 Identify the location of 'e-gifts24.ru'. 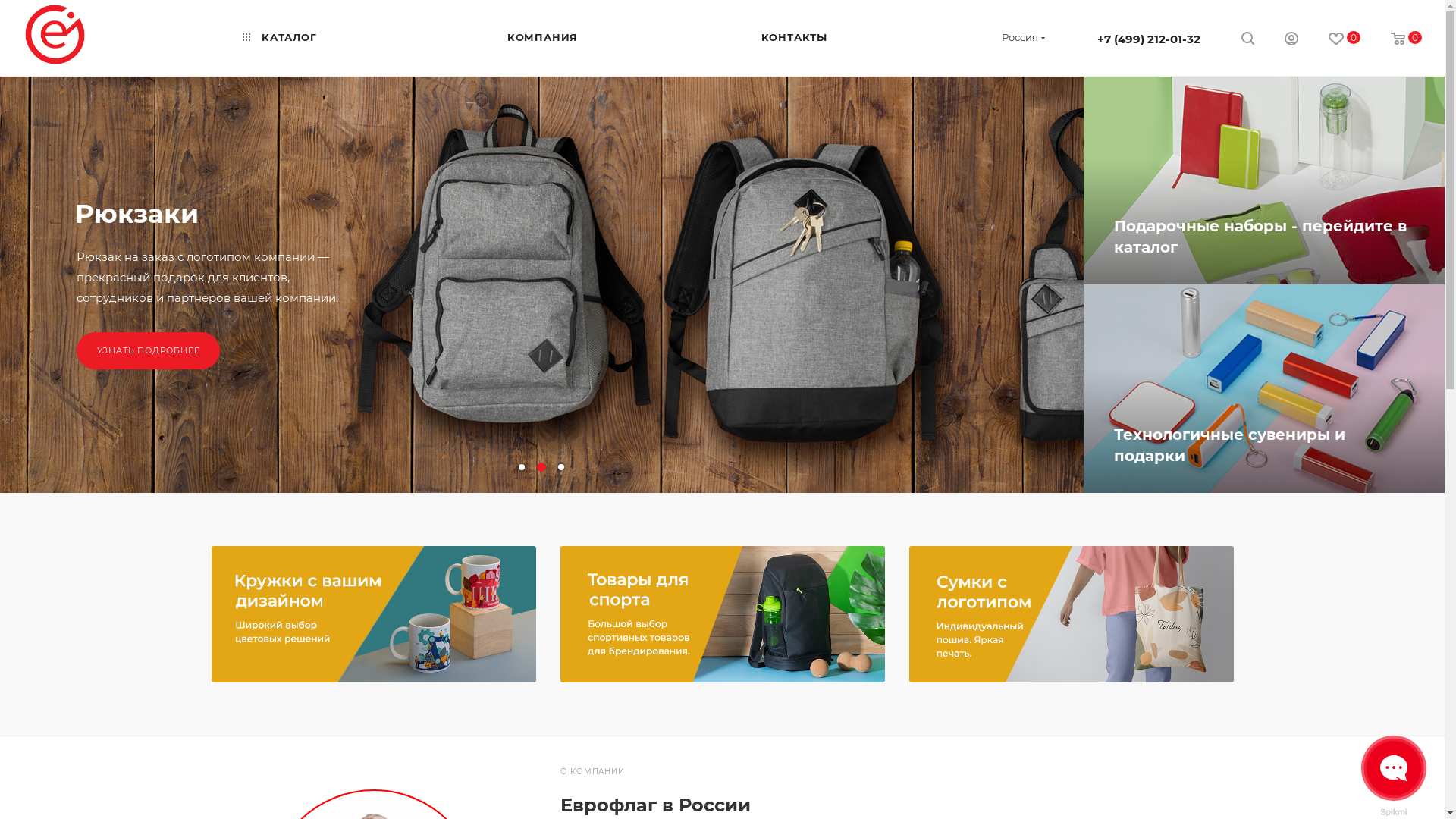
(55, 34).